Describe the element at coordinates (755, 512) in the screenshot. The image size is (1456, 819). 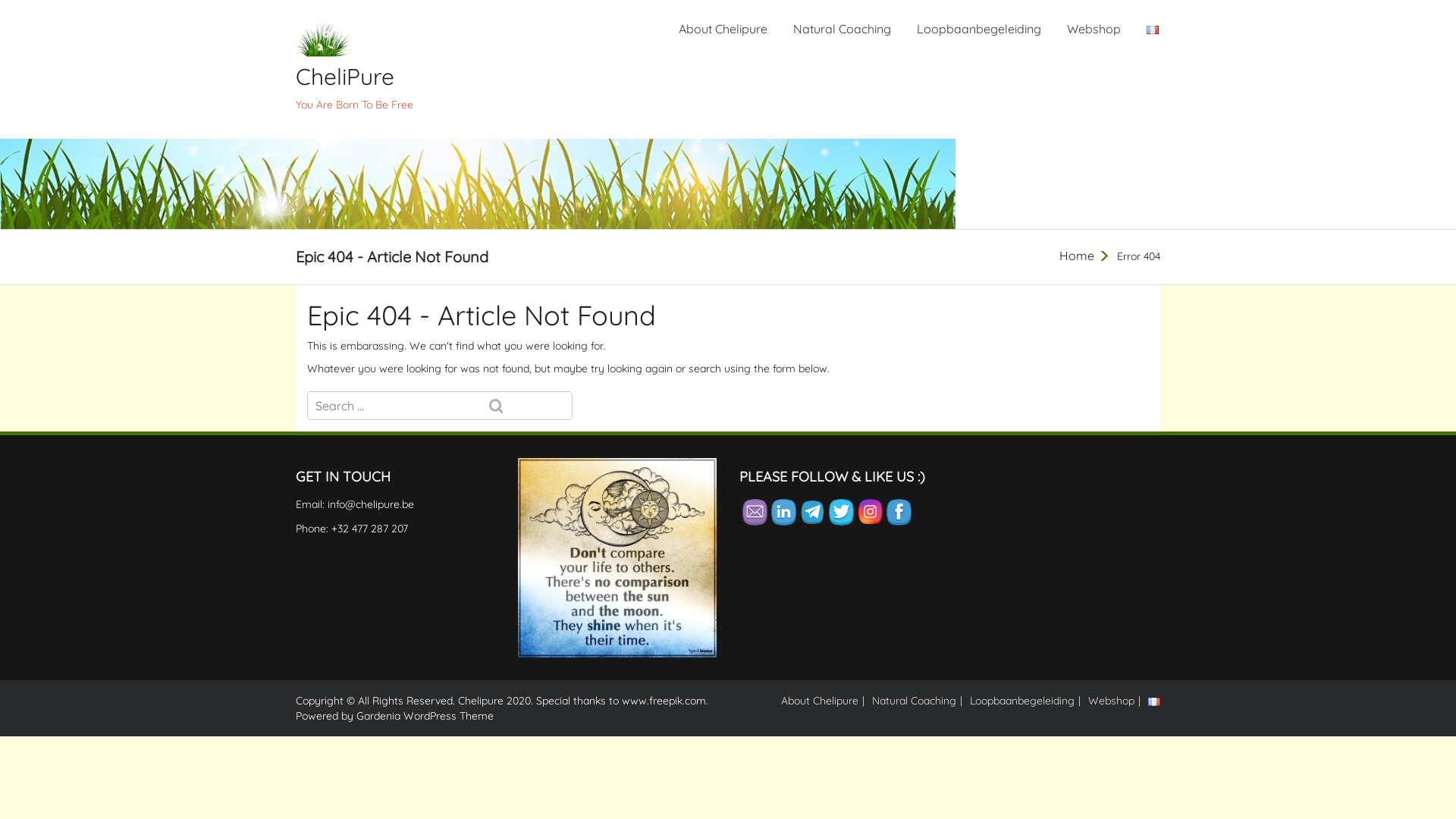
I see `'Follow by Email'` at that location.